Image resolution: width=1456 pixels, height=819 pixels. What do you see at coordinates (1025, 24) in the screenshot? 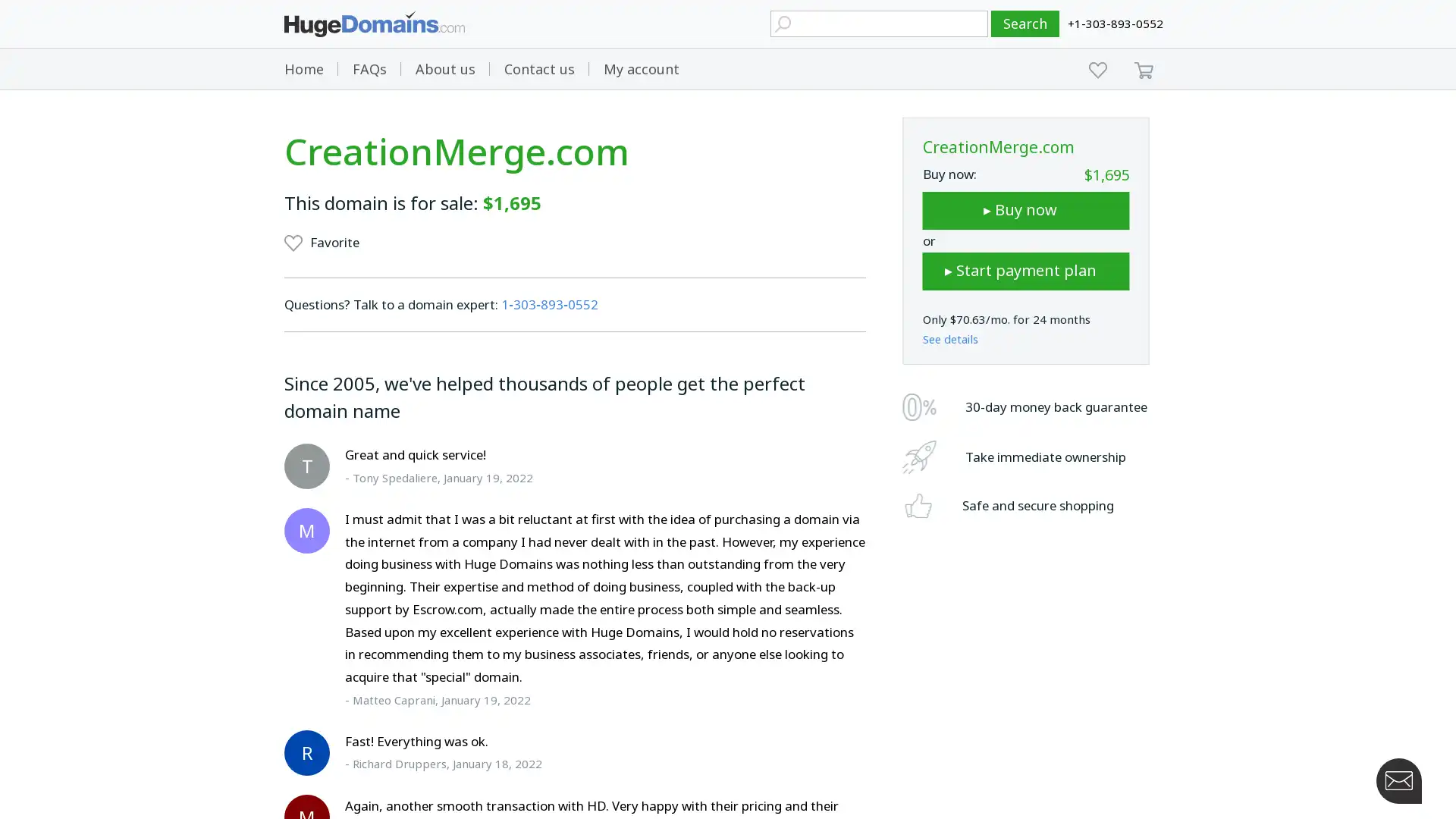
I see `Search` at bounding box center [1025, 24].